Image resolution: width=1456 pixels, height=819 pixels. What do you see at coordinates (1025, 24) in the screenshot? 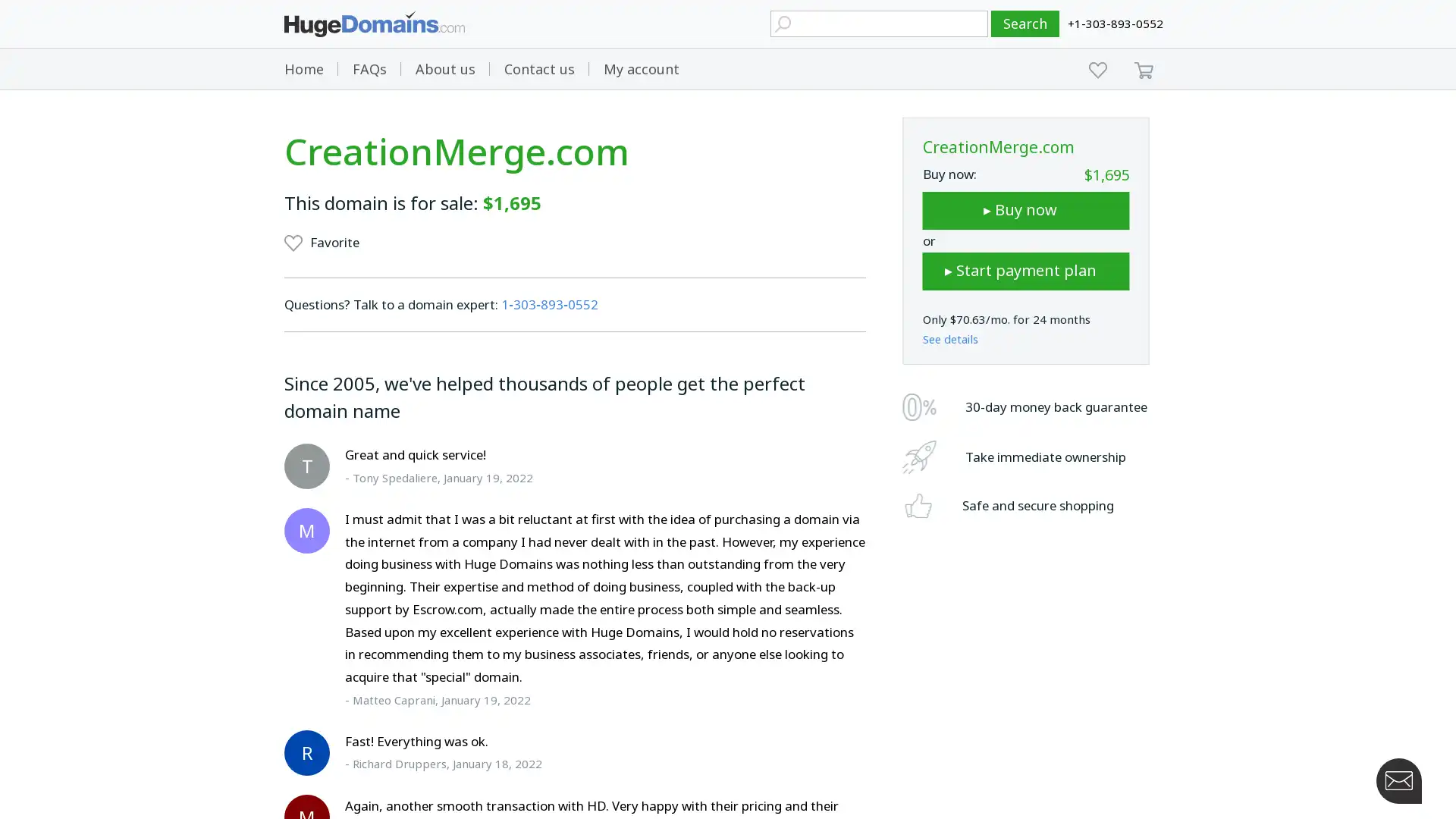
I see `Search` at bounding box center [1025, 24].